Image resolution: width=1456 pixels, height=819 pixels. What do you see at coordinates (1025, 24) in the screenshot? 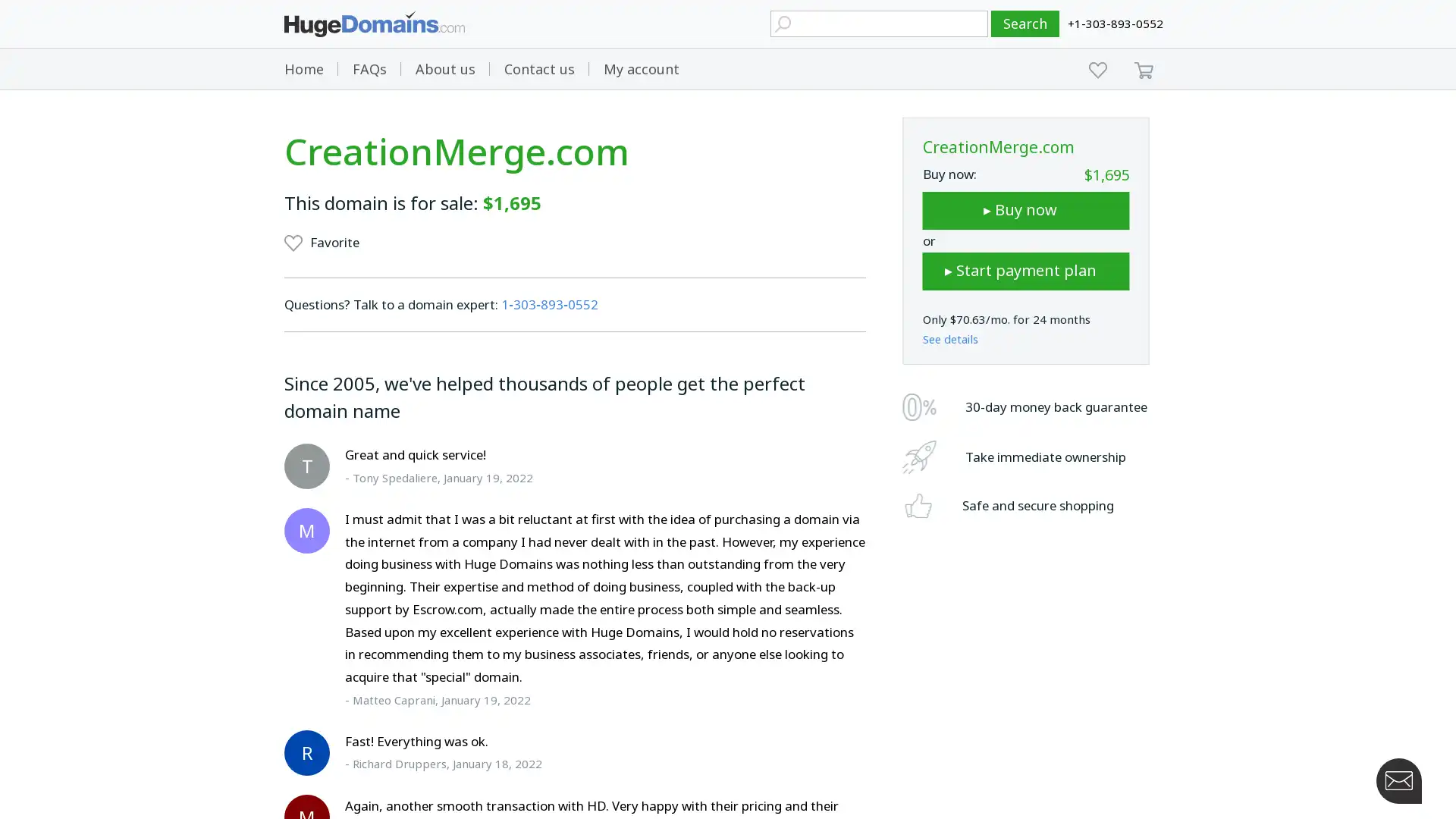
I see `Search` at bounding box center [1025, 24].